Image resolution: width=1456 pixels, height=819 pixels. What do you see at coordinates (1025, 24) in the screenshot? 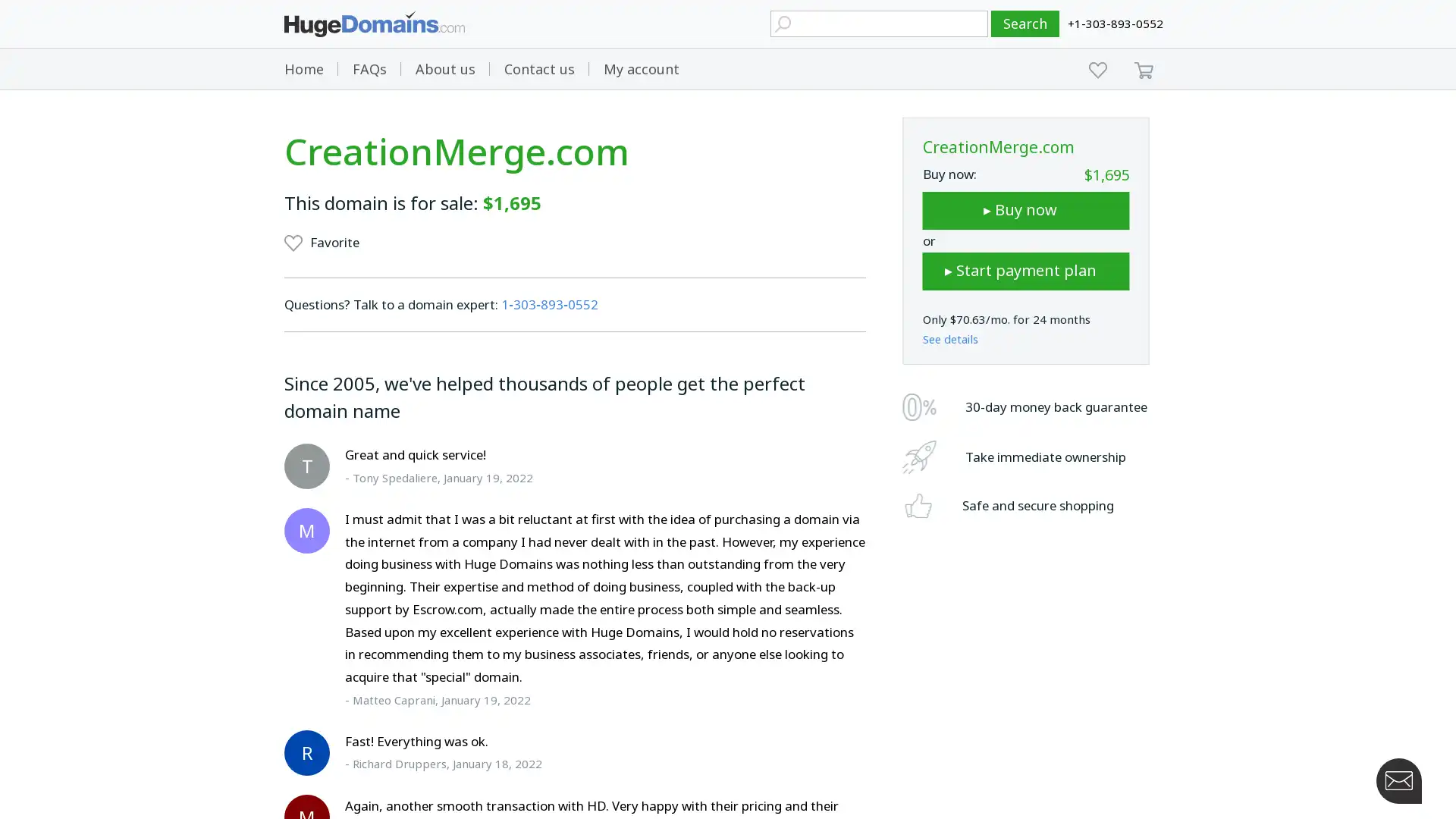
I see `Search` at bounding box center [1025, 24].